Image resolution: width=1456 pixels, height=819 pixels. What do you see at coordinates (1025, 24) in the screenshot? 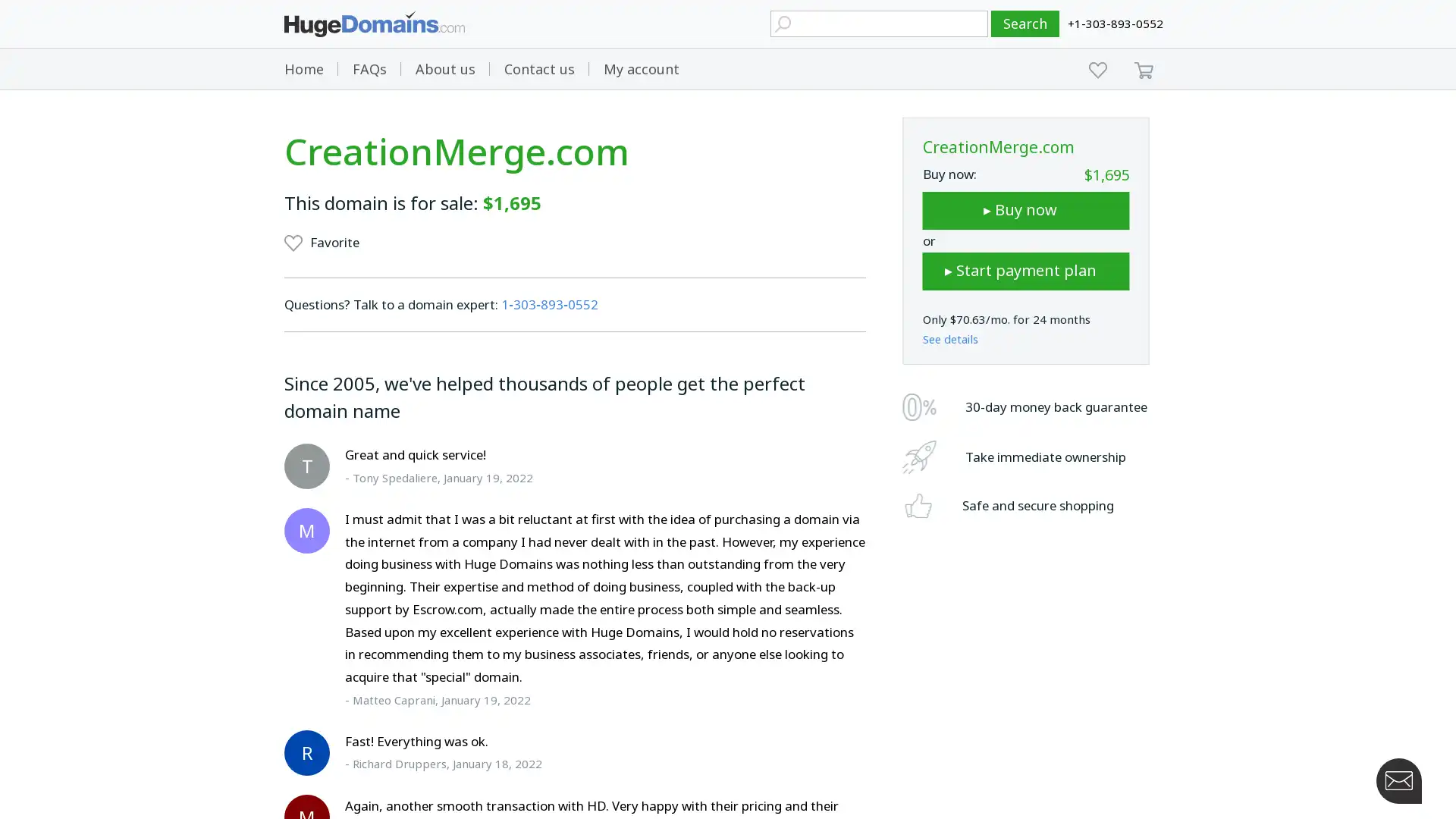
I see `Search` at bounding box center [1025, 24].